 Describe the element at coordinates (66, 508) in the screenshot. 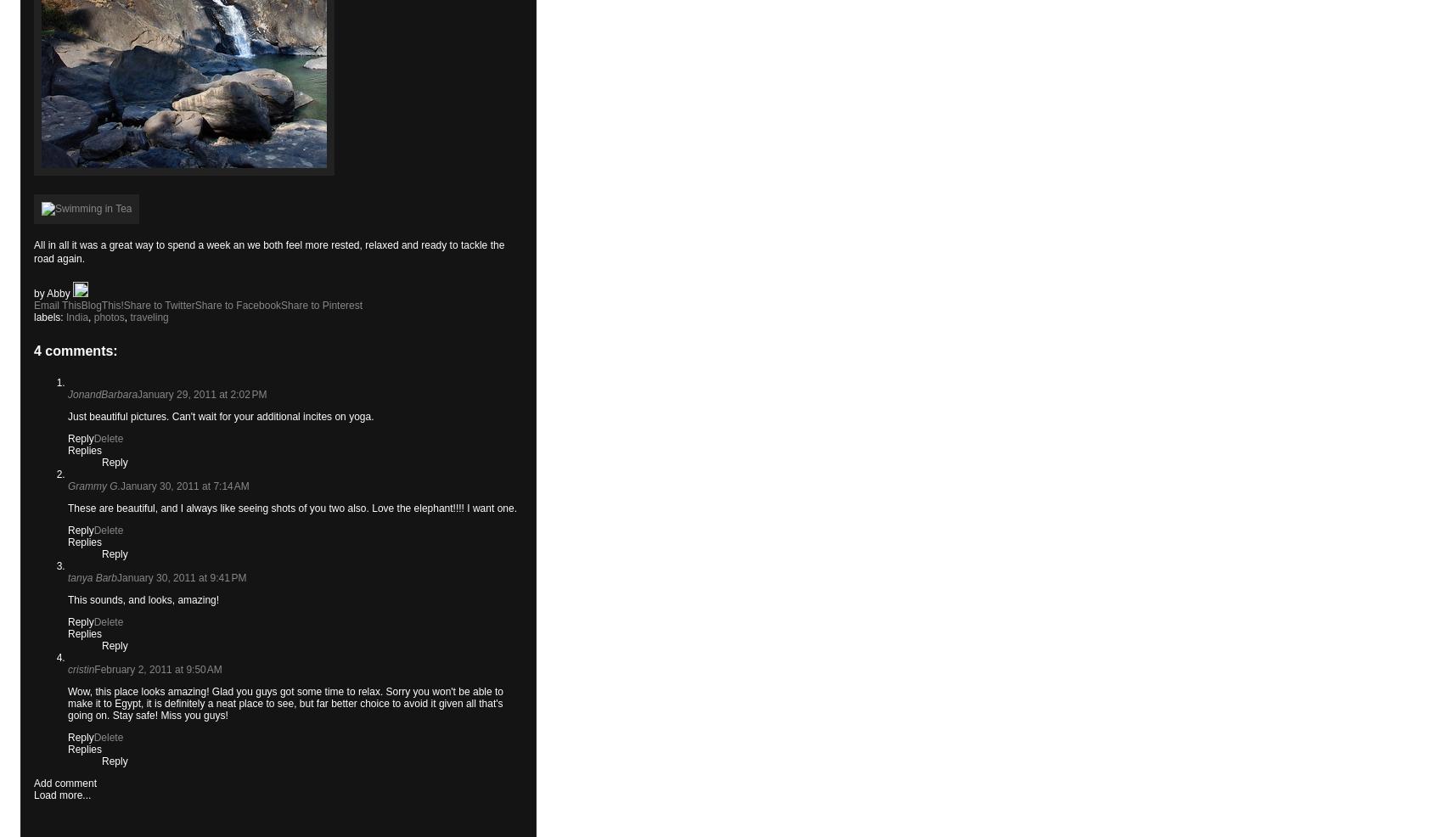

I see `'These are beautiful, and I always like seeing shots of you two also.  Love the elephant!!!!  I want one.'` at that location.